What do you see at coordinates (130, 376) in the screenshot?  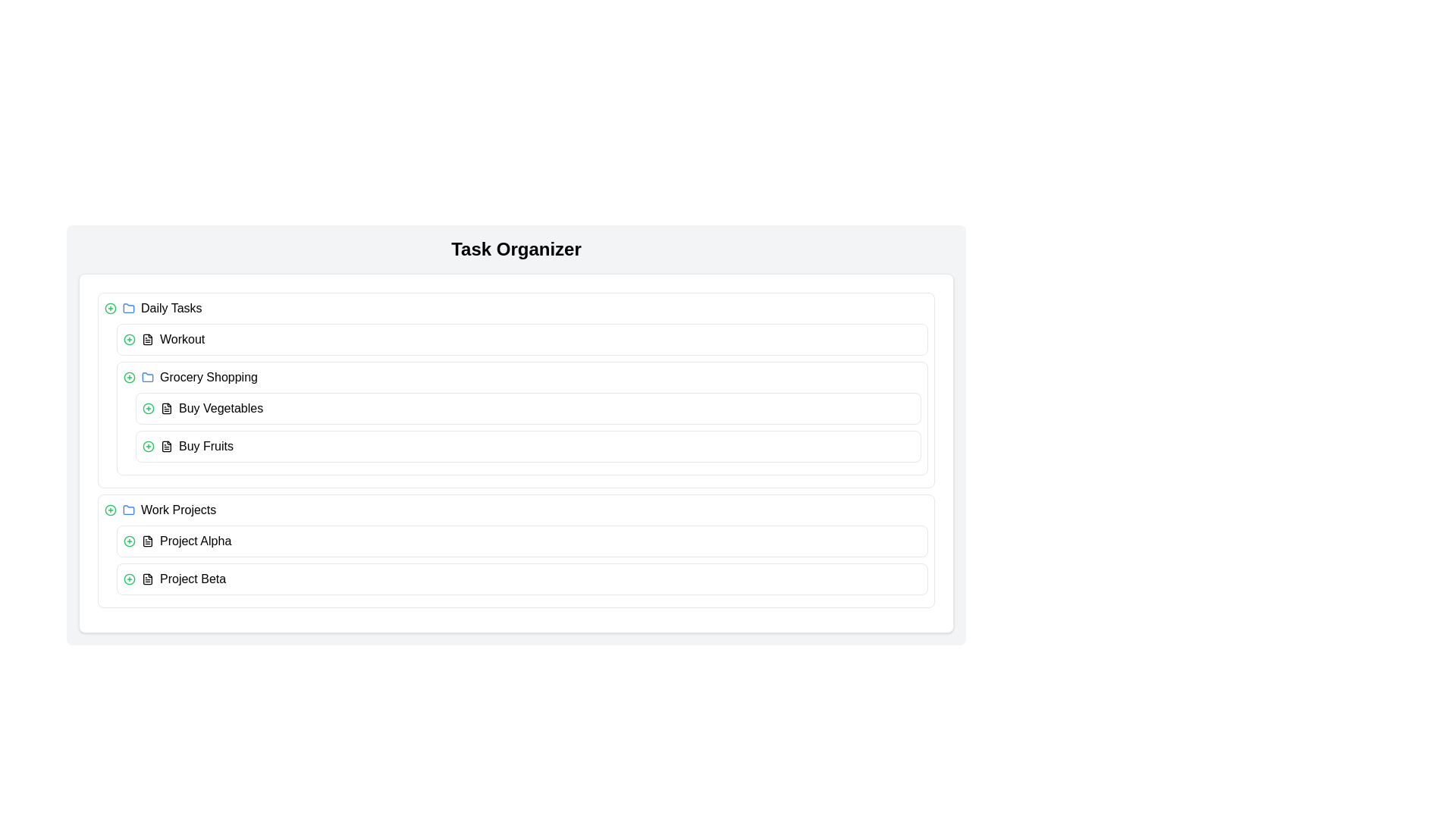 I see `the icon button located to the far left of the 'Grocery Shopping' text` at bounding box center [130, 376].